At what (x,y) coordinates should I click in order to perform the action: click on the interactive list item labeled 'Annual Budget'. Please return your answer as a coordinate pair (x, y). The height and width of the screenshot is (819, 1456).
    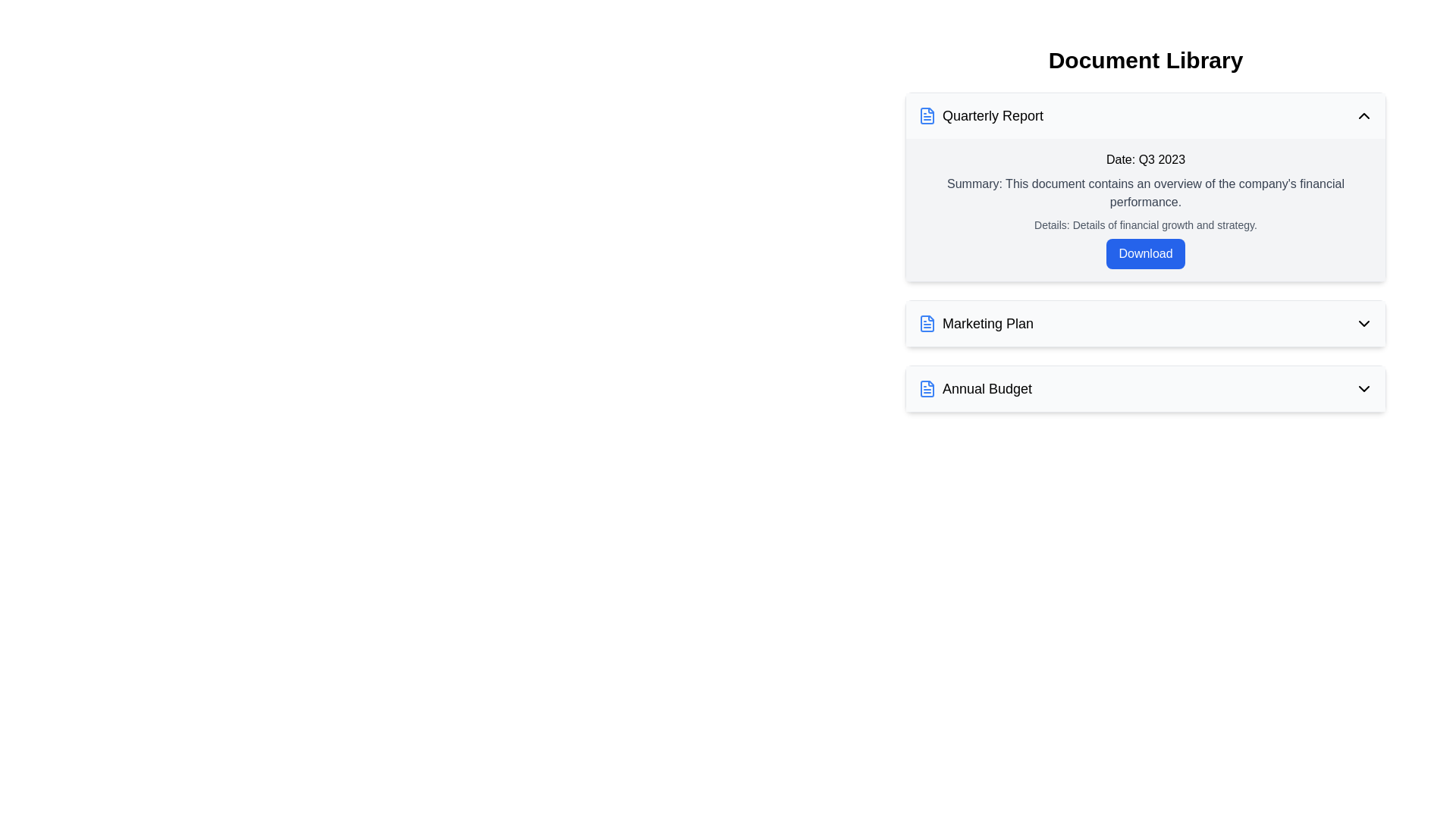
    Looking at the image, I should click on (1146, 388).